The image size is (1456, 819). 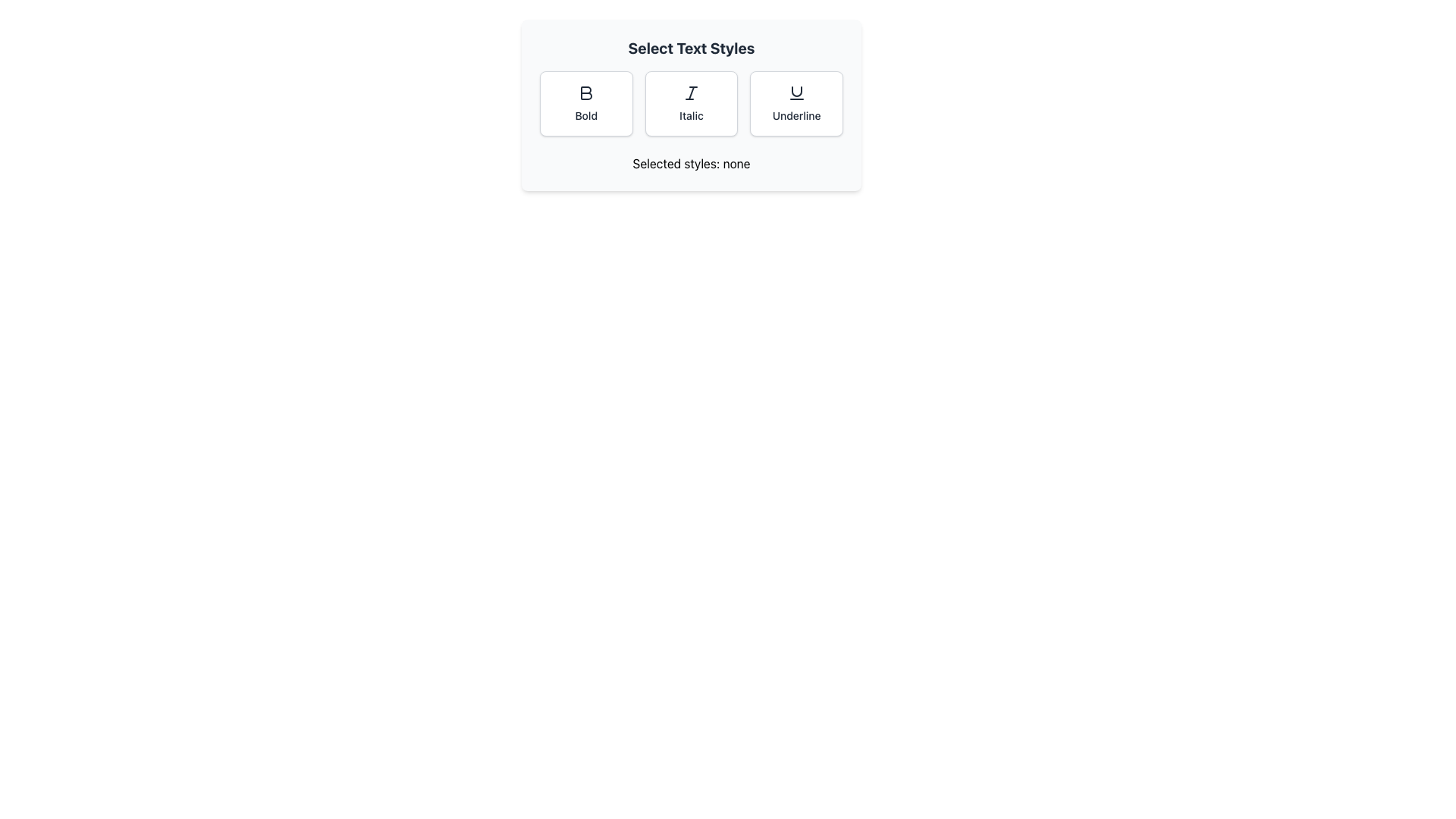 I want to click on the 'Italic' button by clicking it, which is represented by the SVG Line element forming the italicized 'I' symbol, so click(x=691, y=93).